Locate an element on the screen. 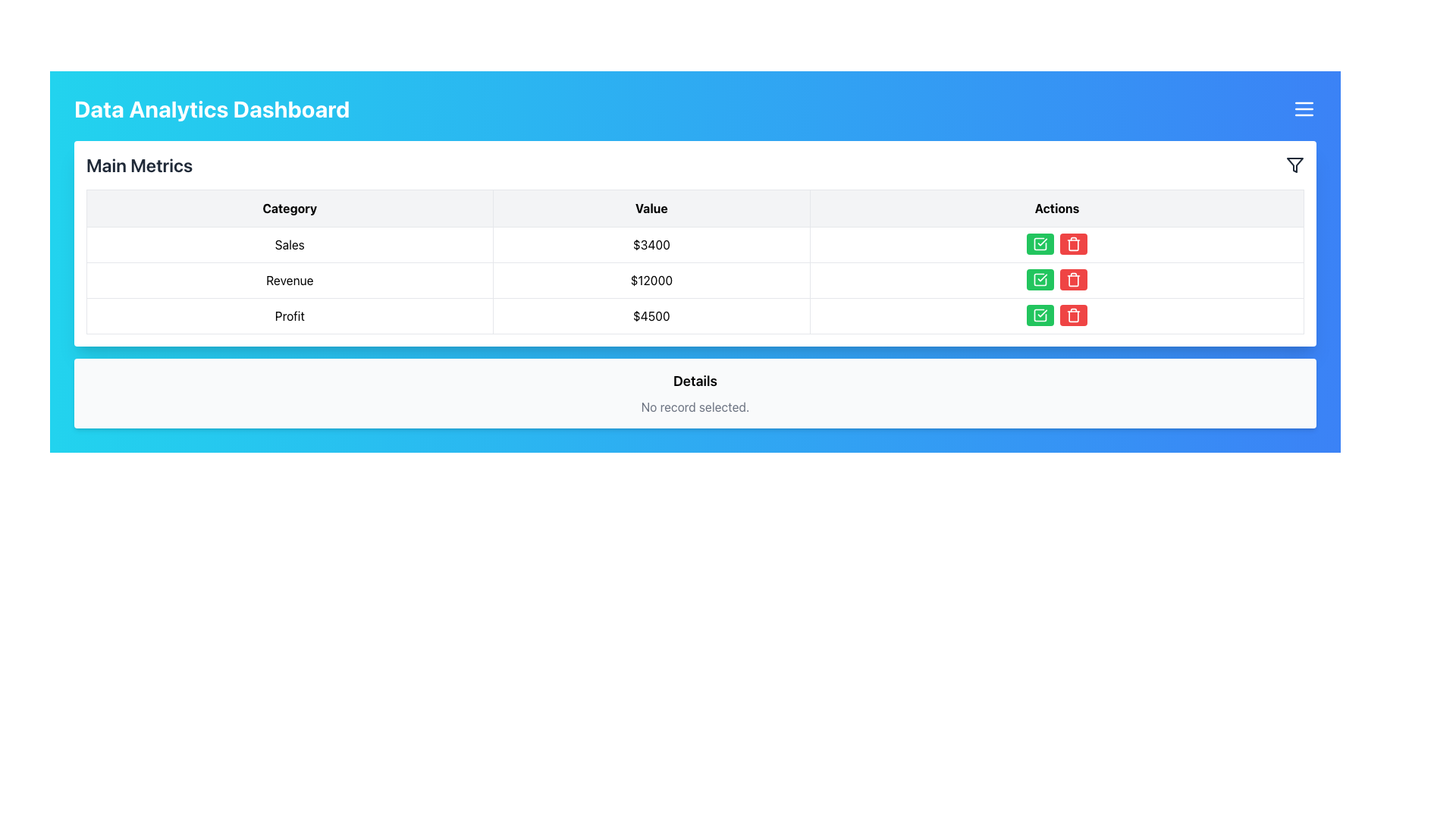 Image resolution: width=1456 pixels, height=819 pixels. the bold text element labeled 'Main Metrics', which is styled as a prominent heading in dark gray against a white background, located in the upper-left corner of the main content area is located at coordinates (140, 165).